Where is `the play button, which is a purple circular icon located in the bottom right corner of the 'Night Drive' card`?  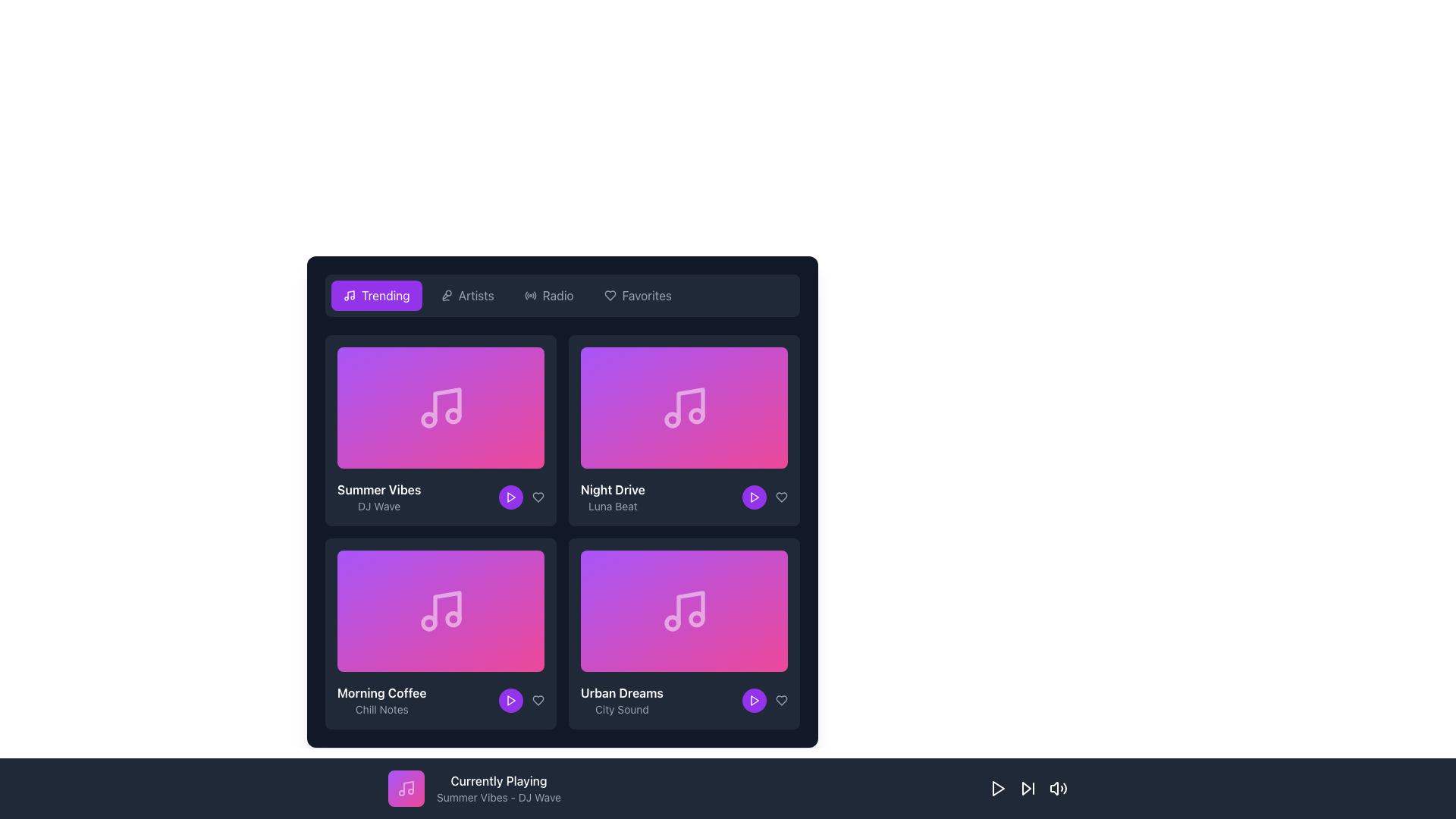 the play button, which is a purple circular icon located in the bottom right corner of the 'Night Drive' card is located at coordinates (754, 497).